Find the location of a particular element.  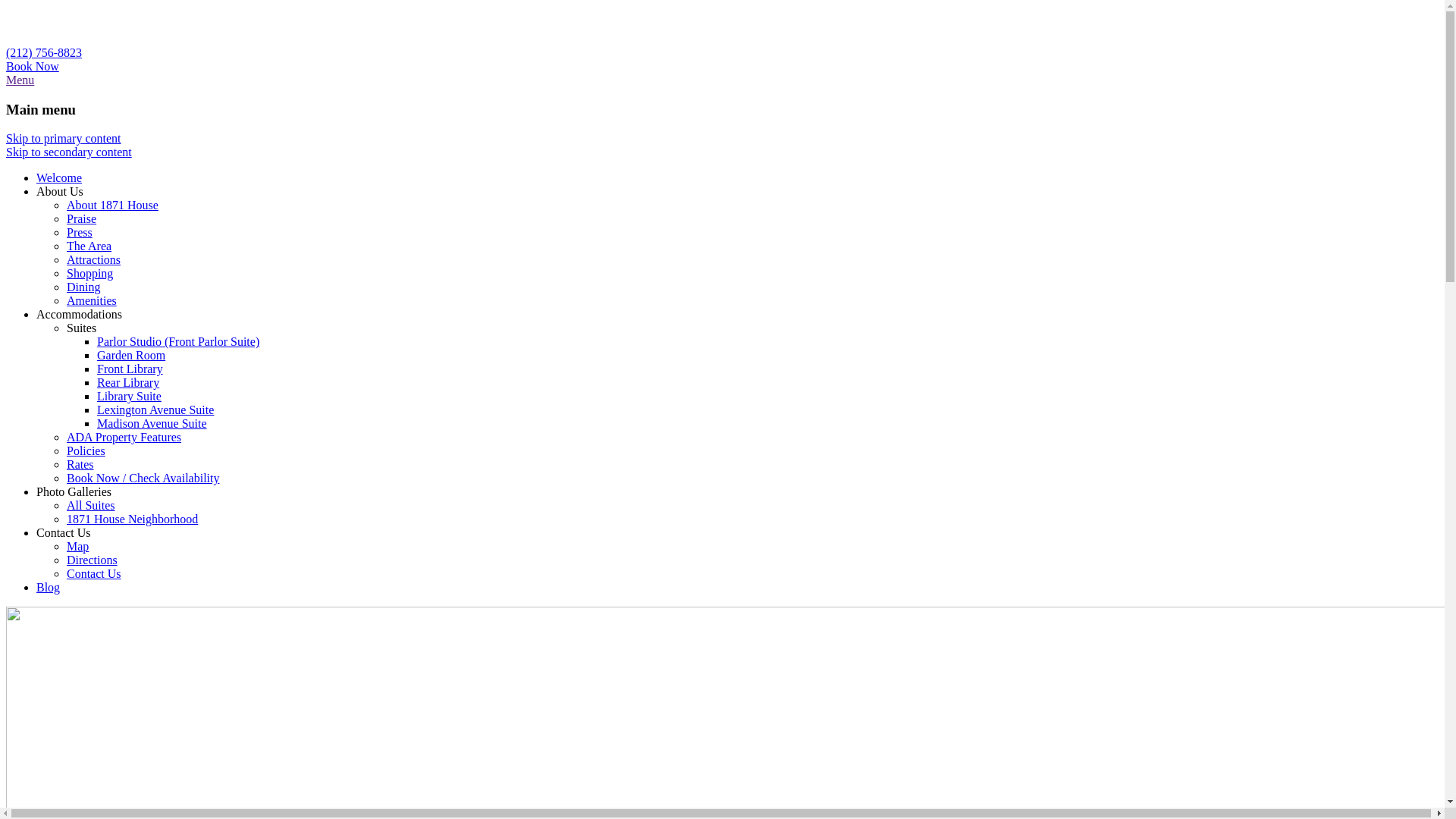

'Directions' is located at coordinates (65, 560).